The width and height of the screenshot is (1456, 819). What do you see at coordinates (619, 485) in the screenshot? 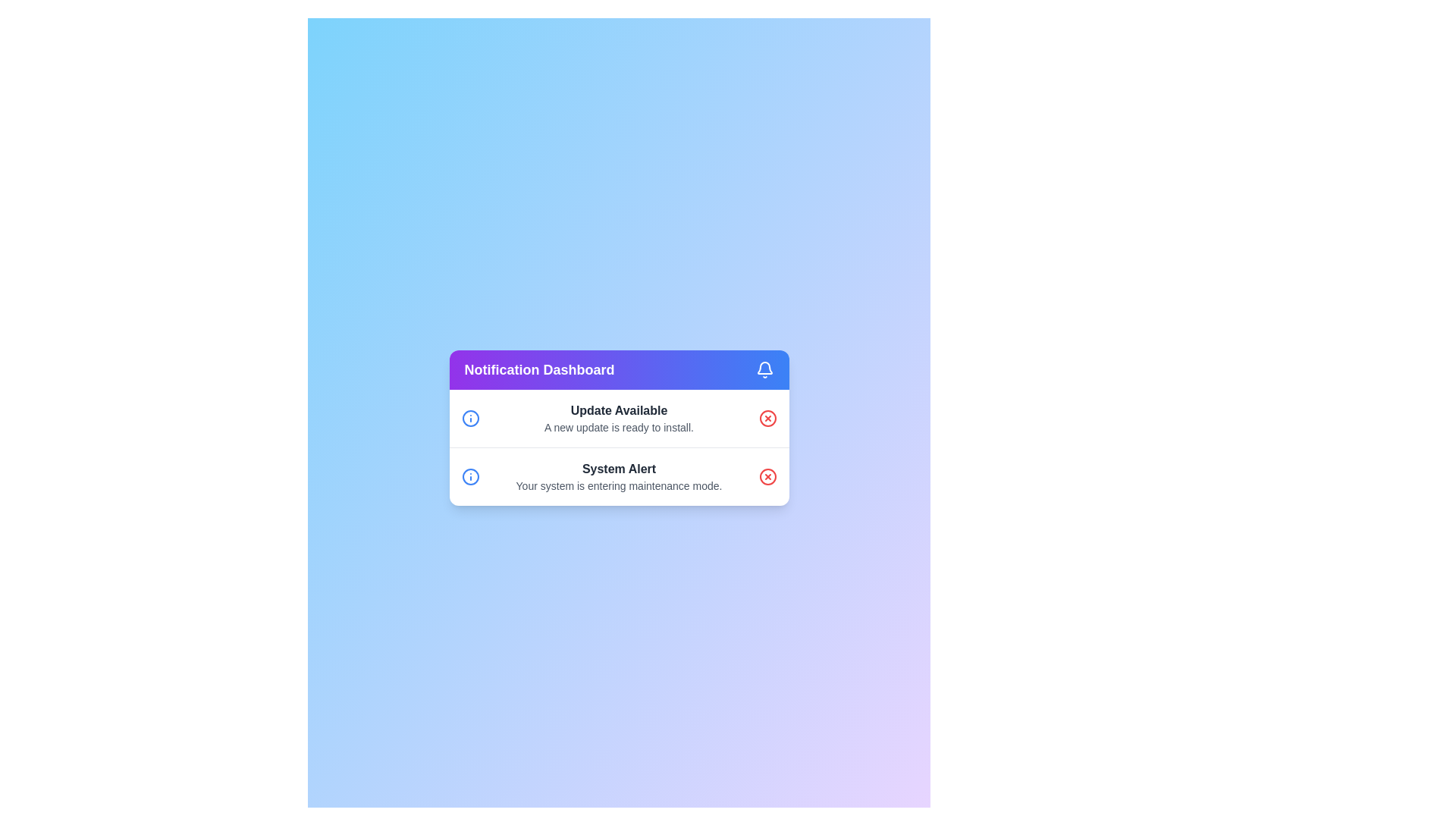
I see `the text element reading 'Your system is entering maintenance mode.' which is styled in gray color and located beneath the heading 'System Alert' within a notification card` at bounding box center [619, 485].